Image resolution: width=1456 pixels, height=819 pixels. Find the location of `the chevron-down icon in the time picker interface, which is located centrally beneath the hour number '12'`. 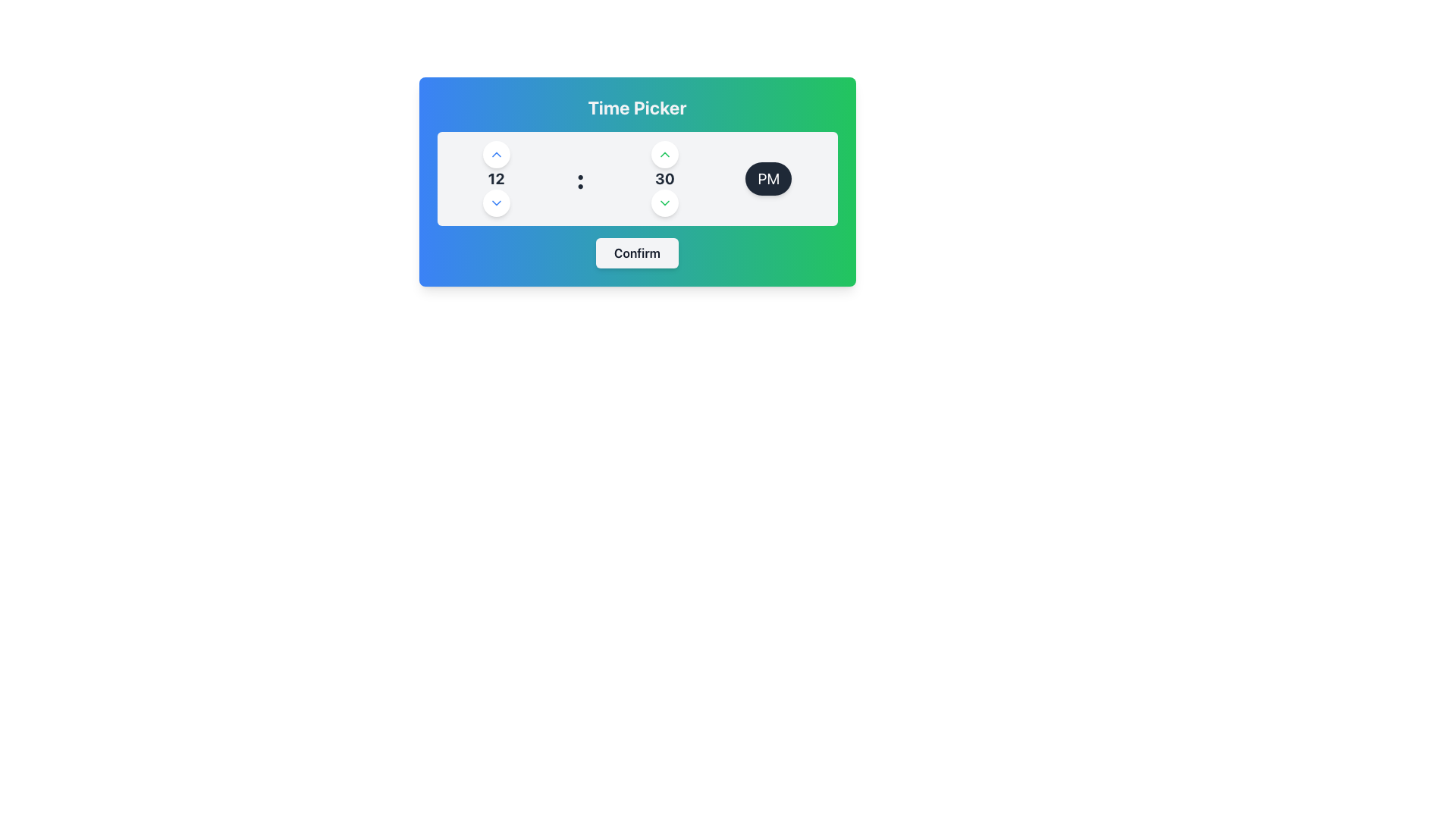

the chevron-down icon in the time picker interface, which is located centrally beneath the hour number '12' is located at coordinates (665, 202).